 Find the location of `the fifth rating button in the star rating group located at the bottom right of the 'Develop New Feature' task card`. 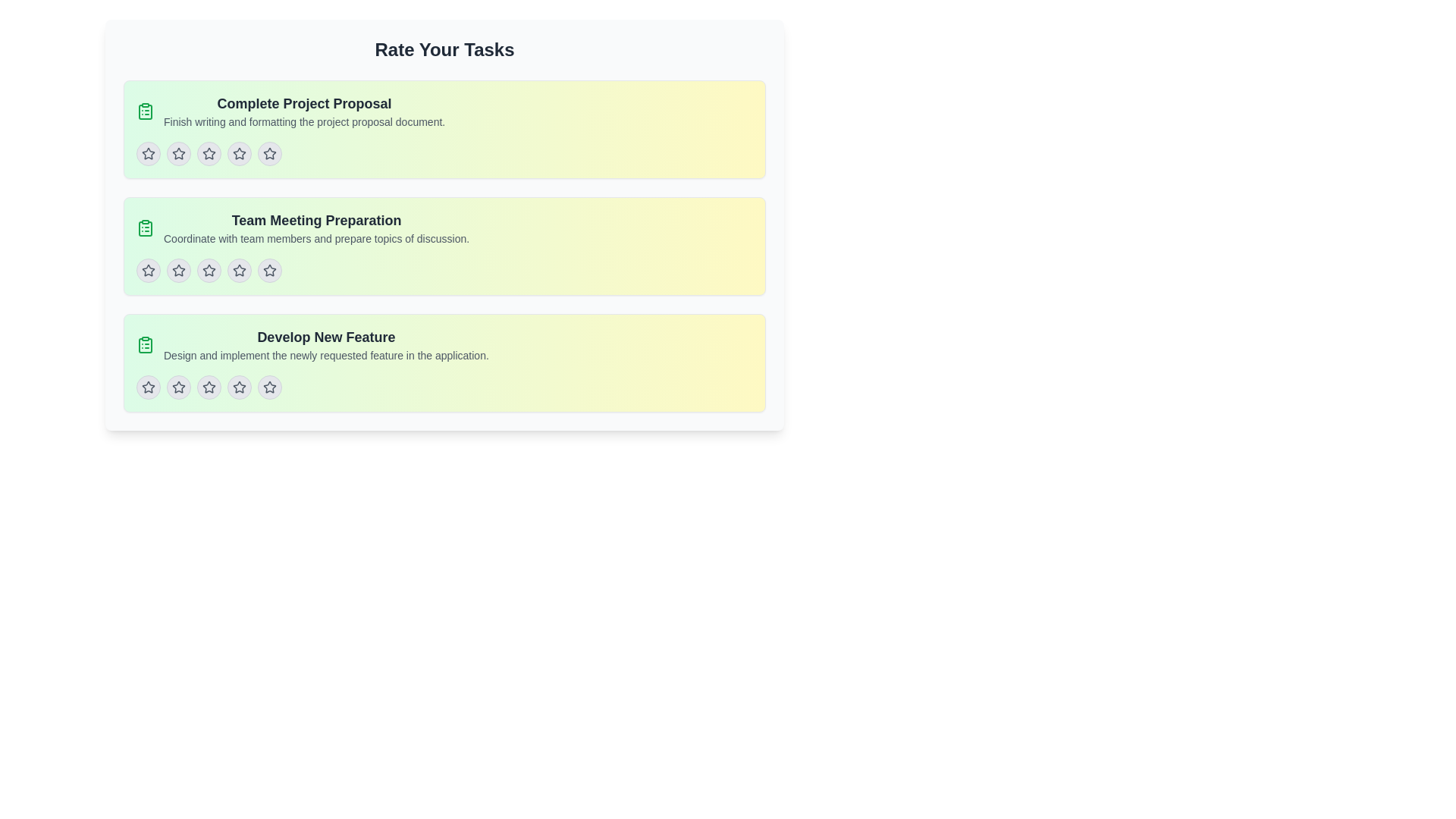

the fifth rating button in the star rating group located at the bottom right of the 'Develop New Feature' task card is located at coordinates (269, 386).